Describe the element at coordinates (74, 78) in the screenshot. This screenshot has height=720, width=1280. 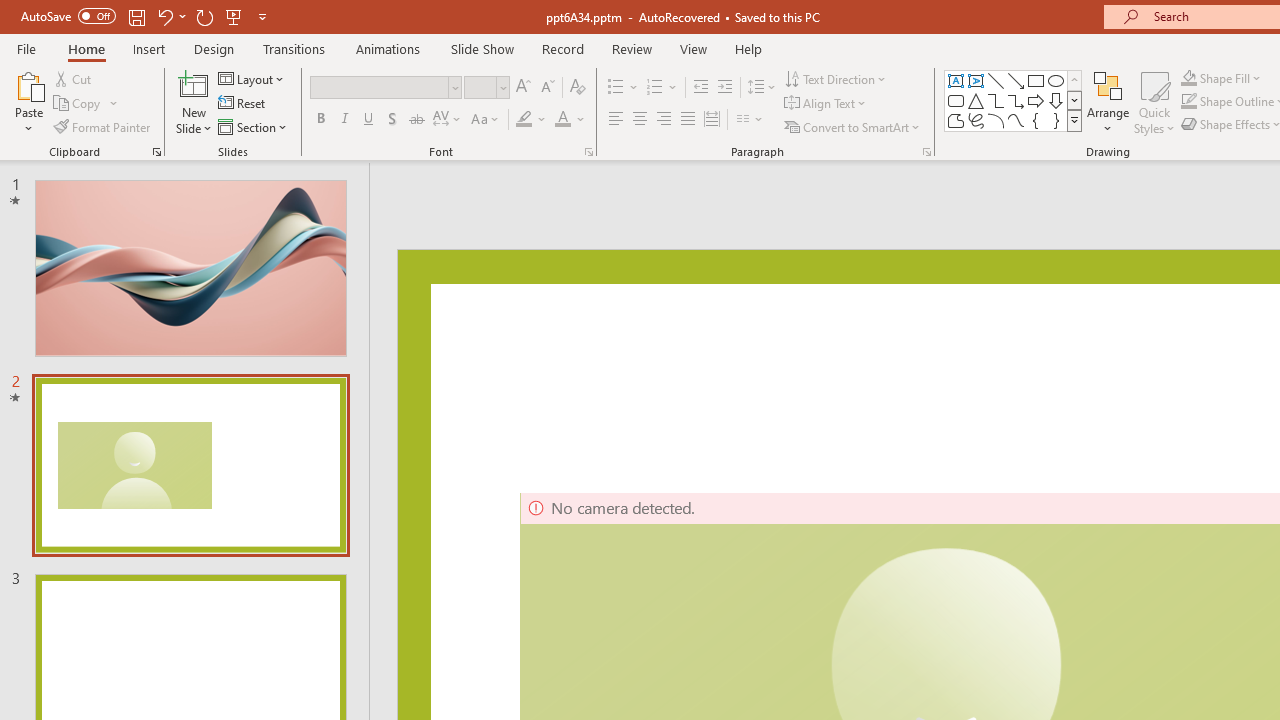
I see `'Cut'` at that location.